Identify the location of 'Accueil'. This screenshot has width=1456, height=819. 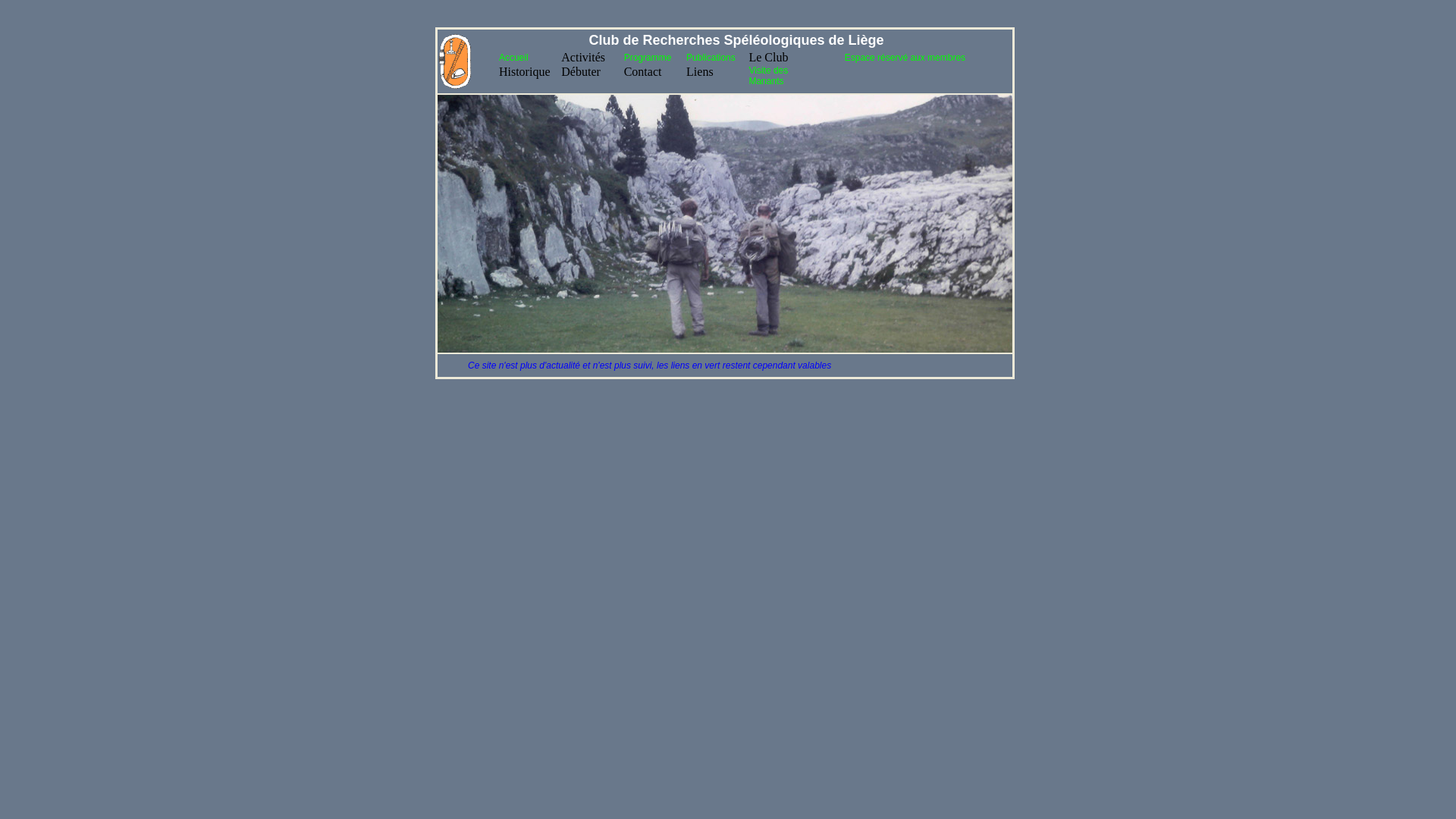
(513, 57).